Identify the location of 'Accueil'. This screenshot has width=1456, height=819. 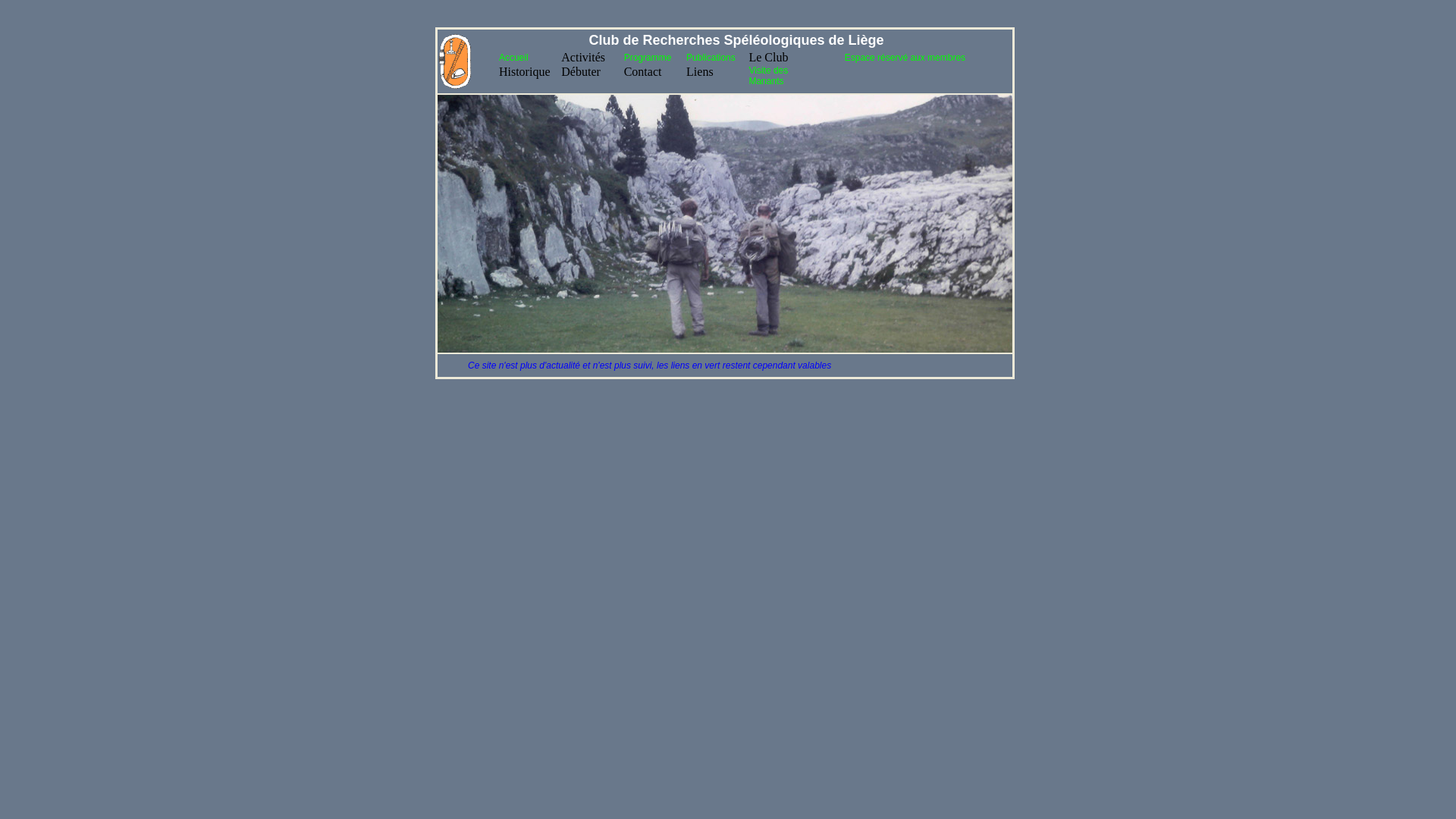
(513, 57).